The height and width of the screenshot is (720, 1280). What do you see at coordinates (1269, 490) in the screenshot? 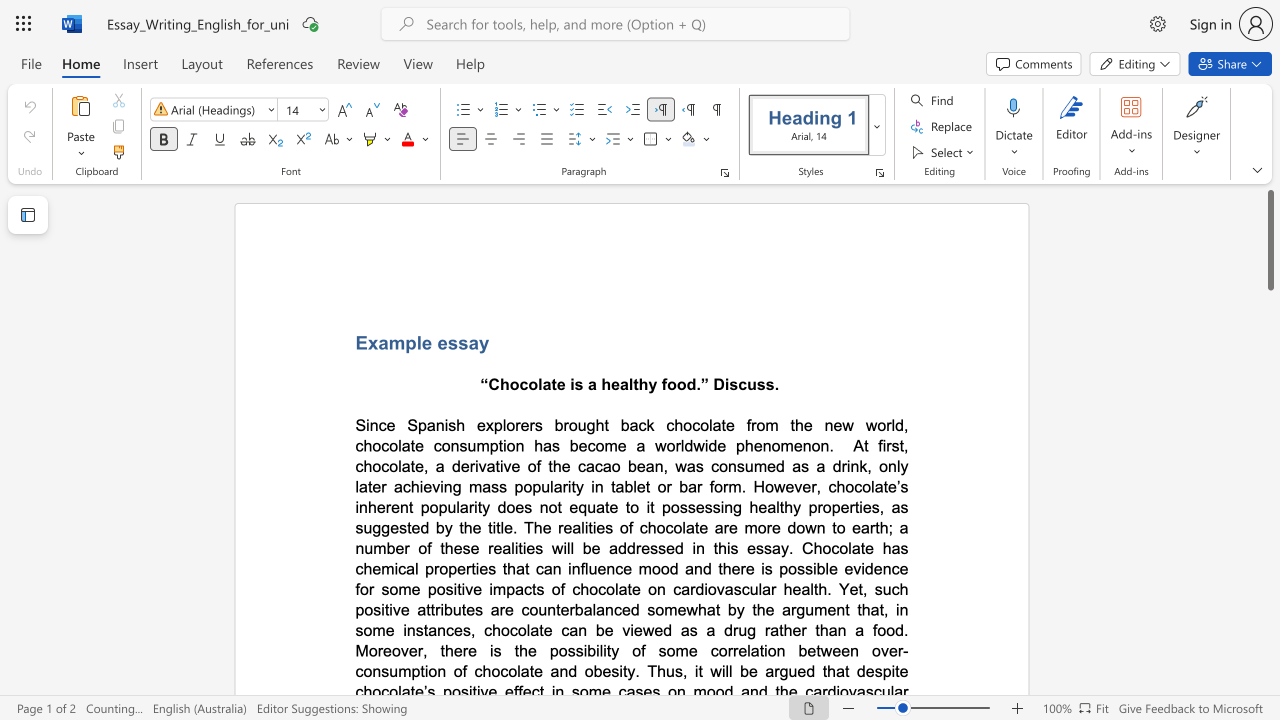
I see `the scrollbar on the right side to scroll the page down` at bounding box center [1269, 490].